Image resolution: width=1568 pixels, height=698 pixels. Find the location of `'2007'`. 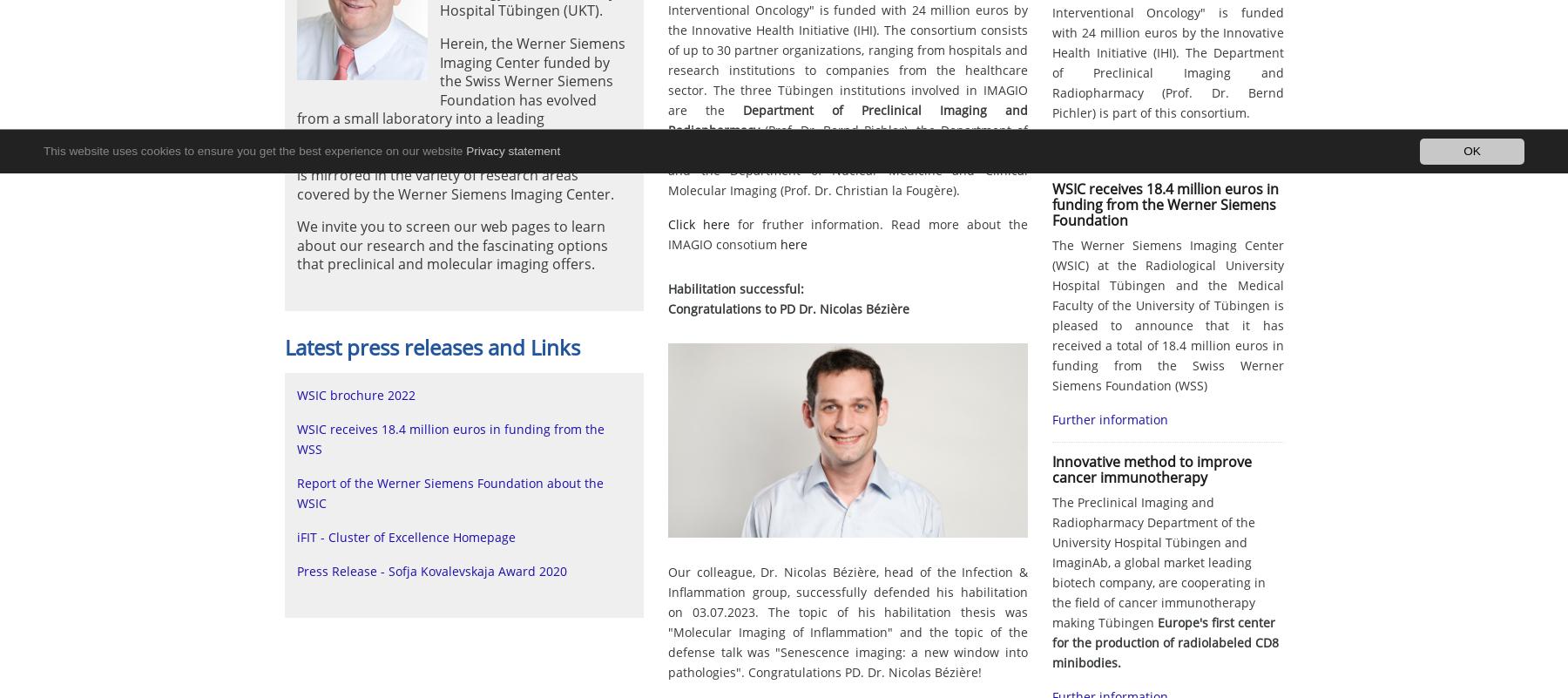

'2007' is located at coordinates (774, 132).